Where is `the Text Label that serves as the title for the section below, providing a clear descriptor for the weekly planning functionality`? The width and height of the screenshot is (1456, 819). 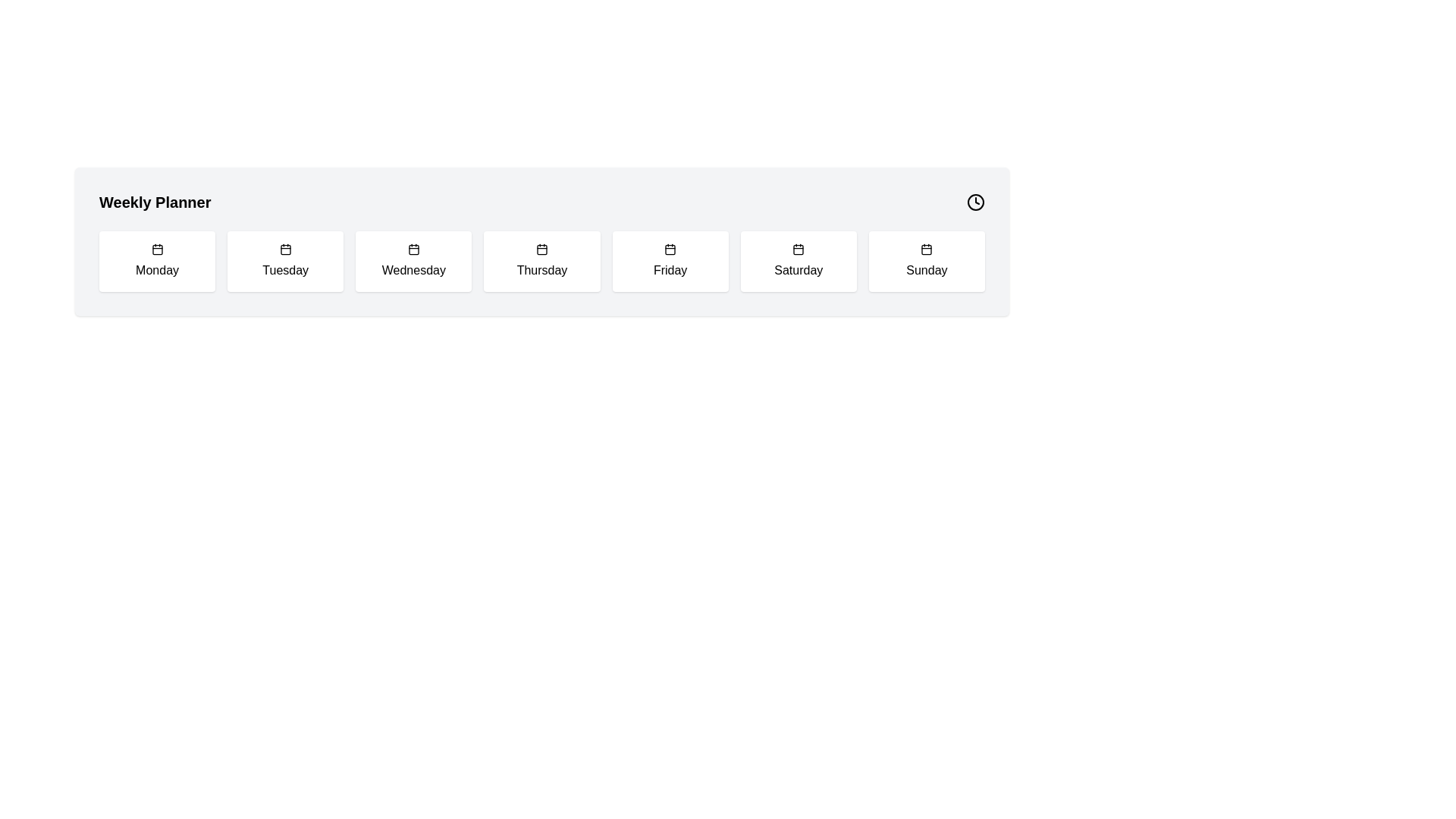 the Text Label that serves as the title for the section below, providing a clear descriptor for the weekly planning functionality is located at coordinates (155, 201).